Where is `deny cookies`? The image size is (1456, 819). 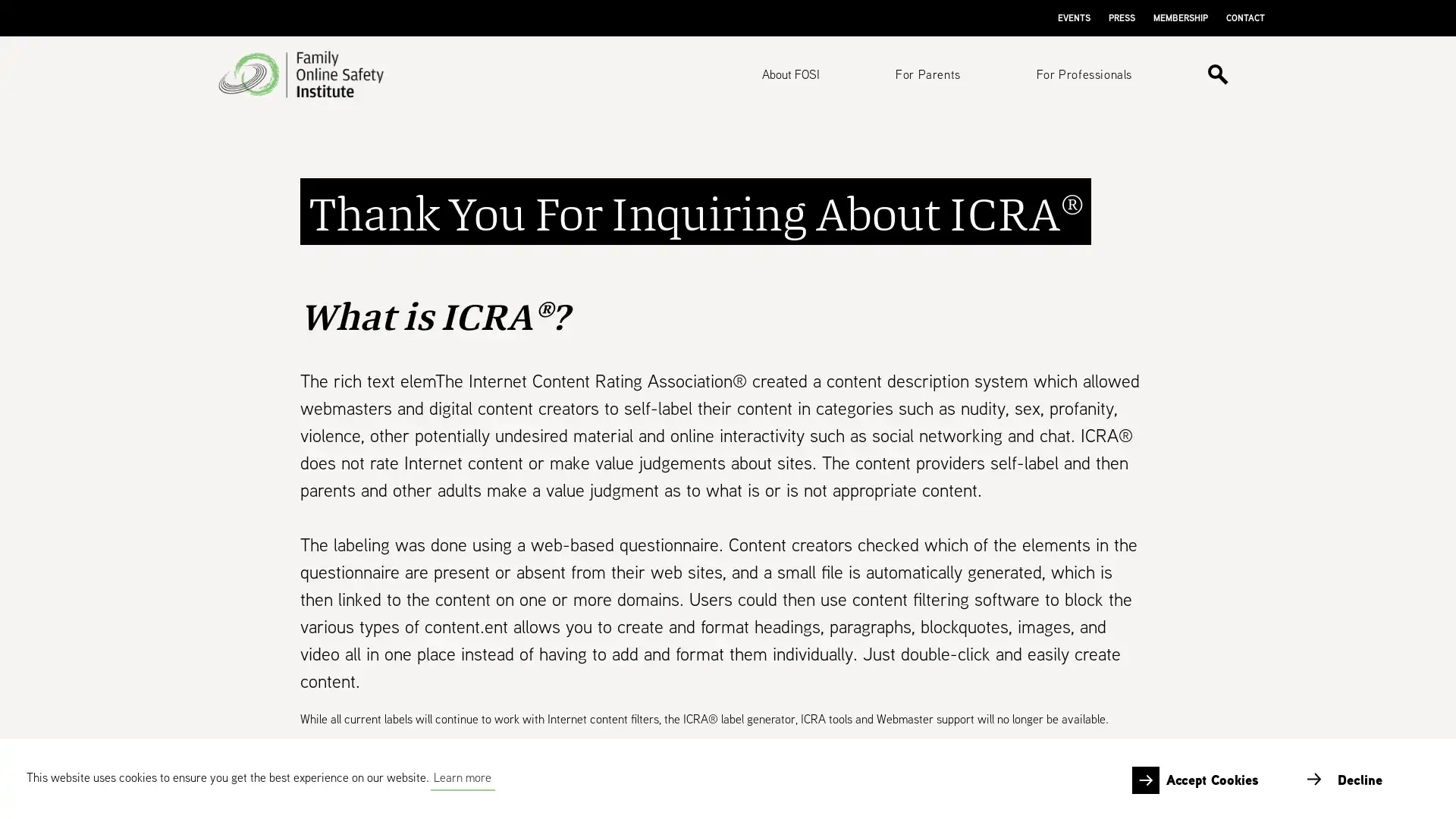
deny cookies is located at coordinates (1345, 778).